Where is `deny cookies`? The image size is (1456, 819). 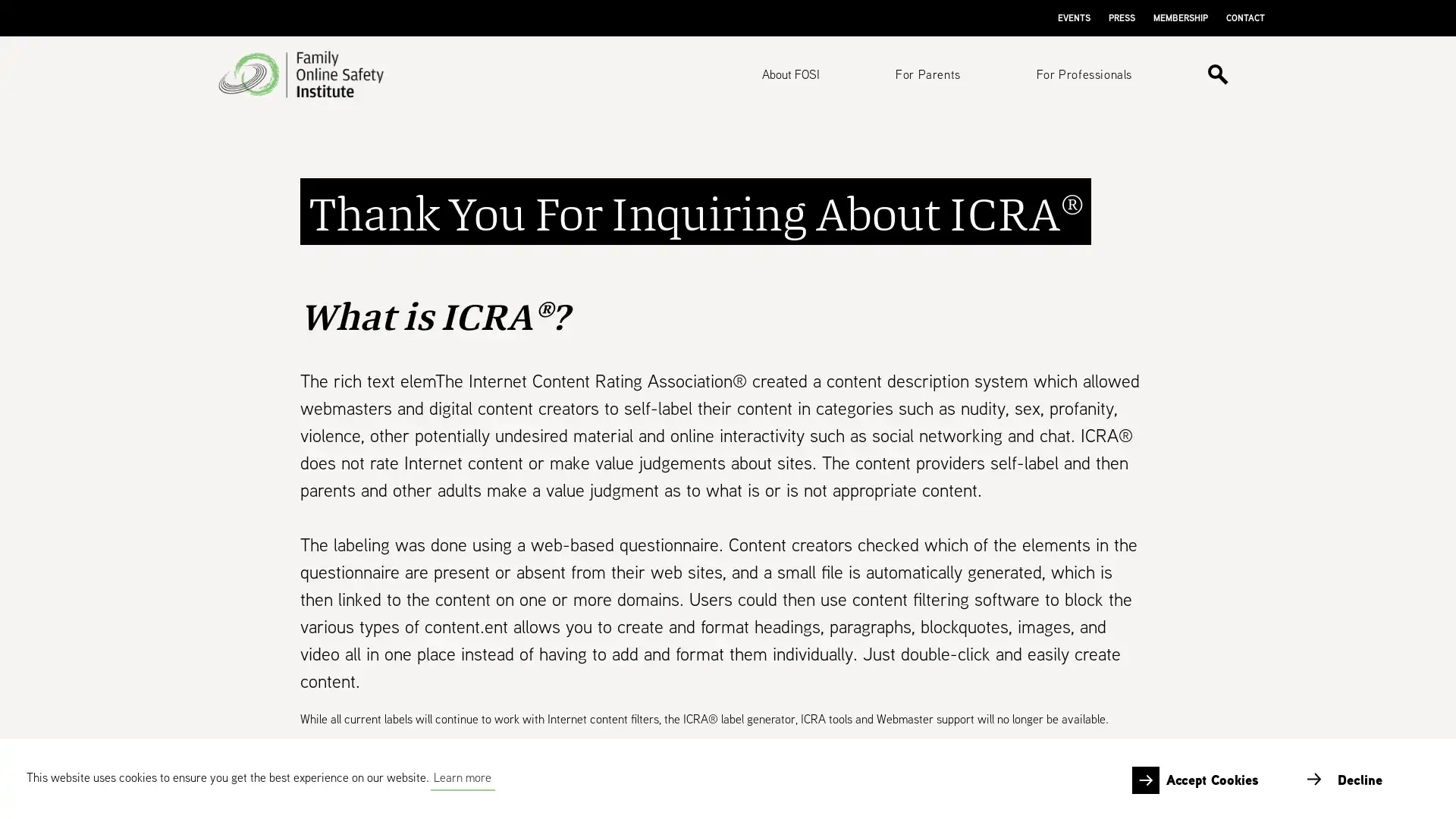
deny cookies is located at coordinates (1345, 778).